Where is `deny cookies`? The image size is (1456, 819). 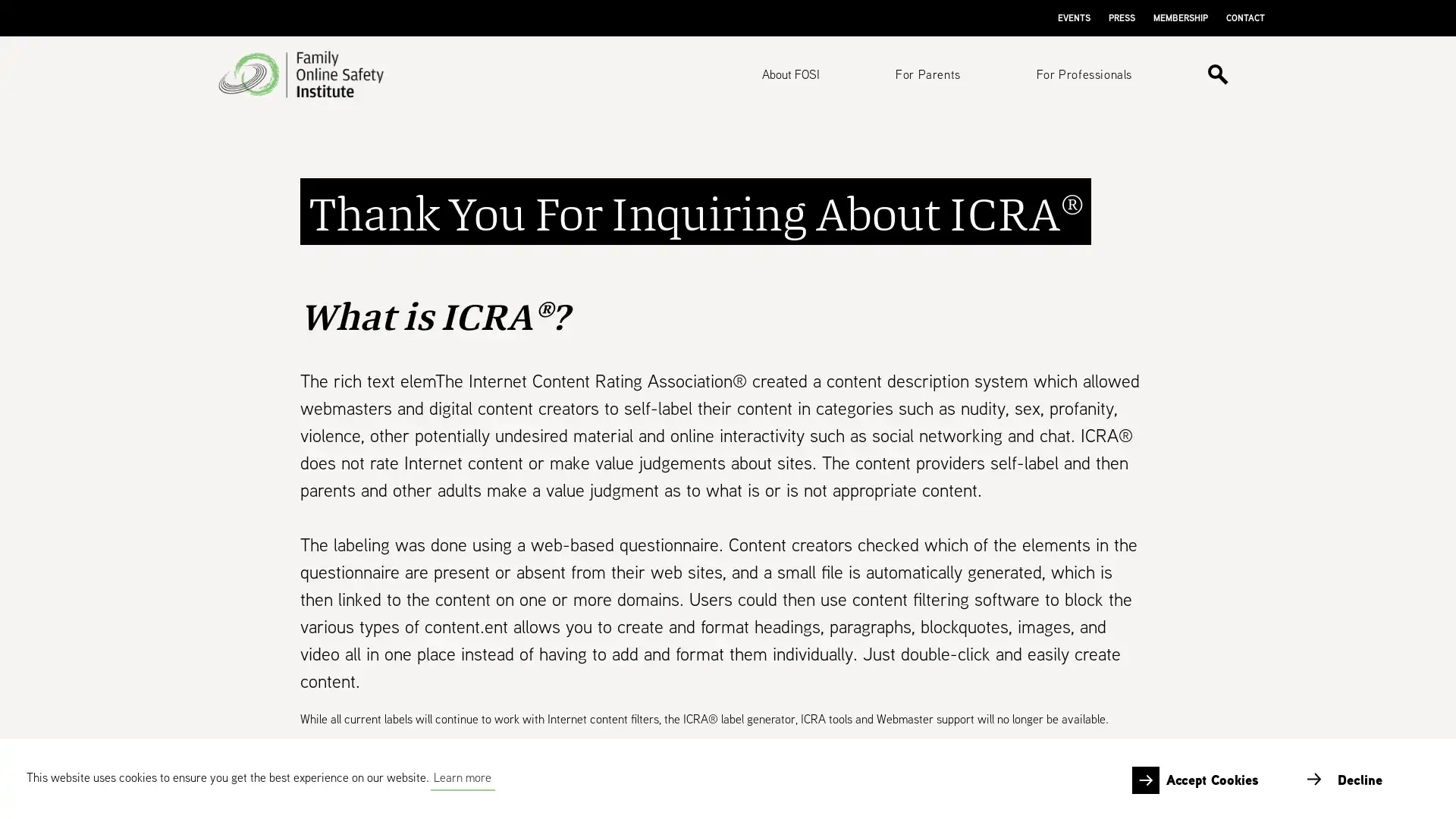
deny cookies is located at coordinates (1345, 778).